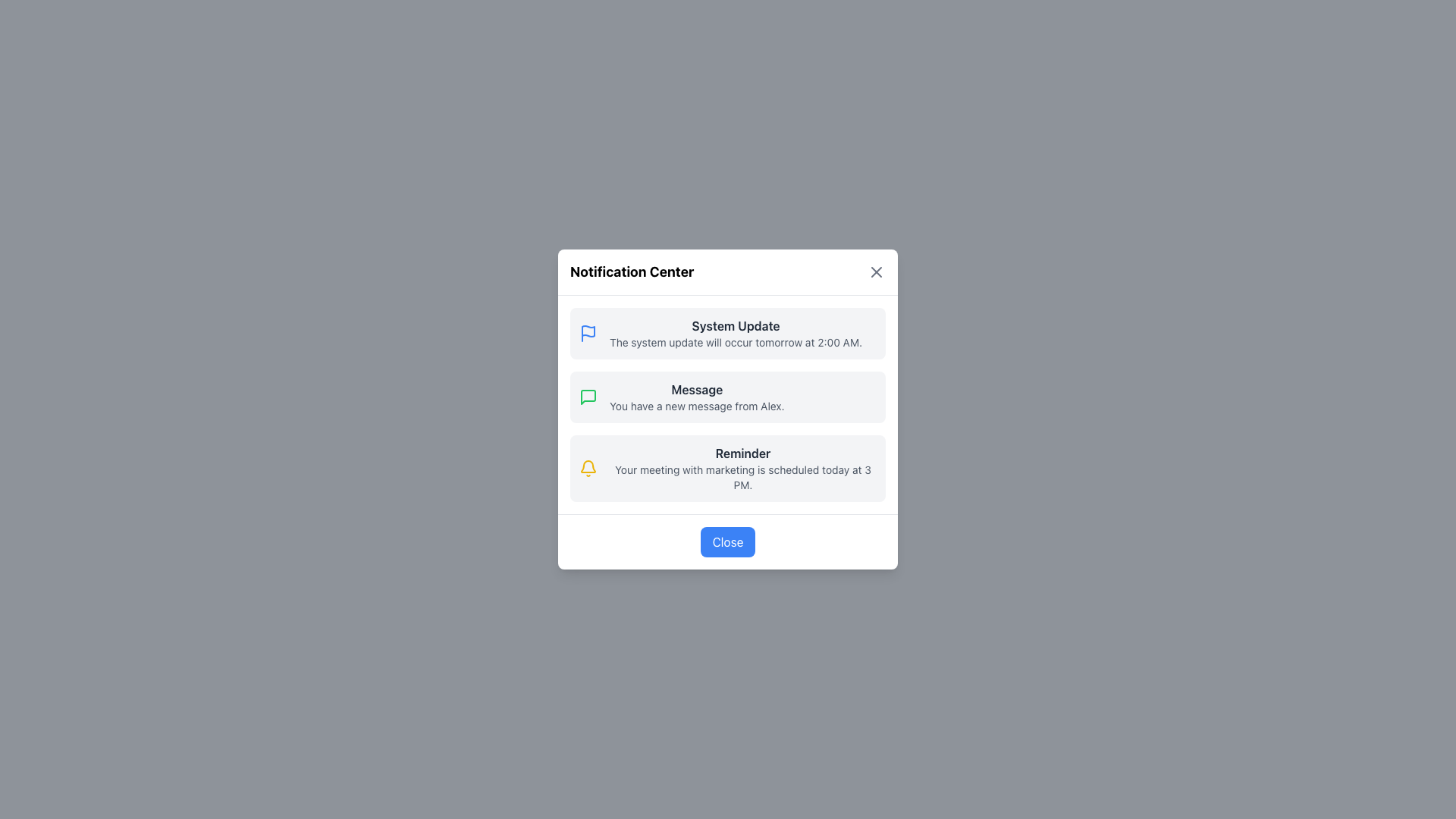 This screenshot has width=1456, height=819. I want to click on the notification panel with rounded corners and a white background that contains items labeled 'System Update', 'Message', and 'Reminder', along with a blue 'Close' button, so click(728, 409).